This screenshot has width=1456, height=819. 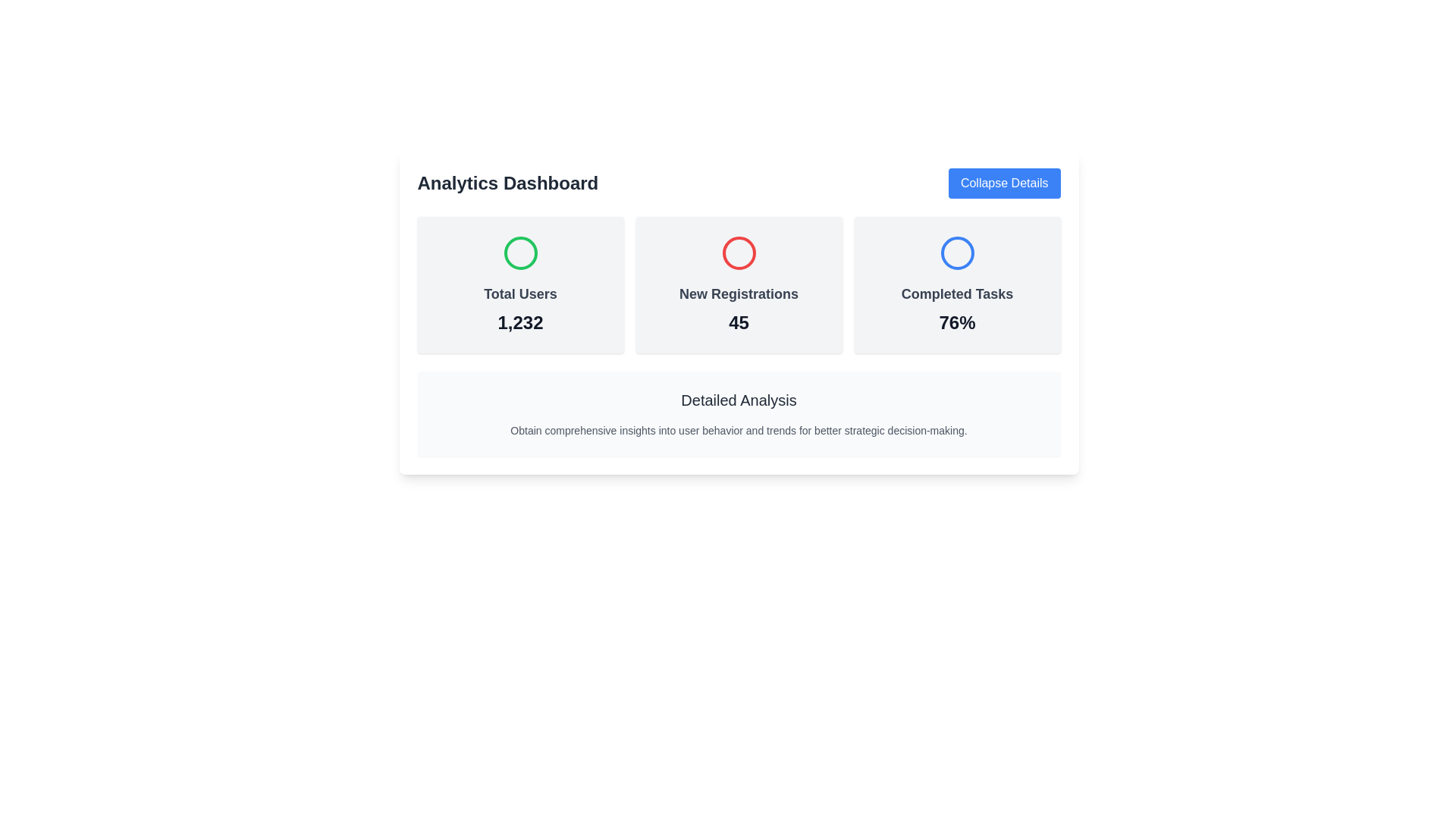 What do you see at coordinates (956, 294) in the screenshot?
I see `the descriptive label that provides context to the associated percentage metric, located below a circular icon and above the percentage label ('76%')` at bounding box center [956, 294].